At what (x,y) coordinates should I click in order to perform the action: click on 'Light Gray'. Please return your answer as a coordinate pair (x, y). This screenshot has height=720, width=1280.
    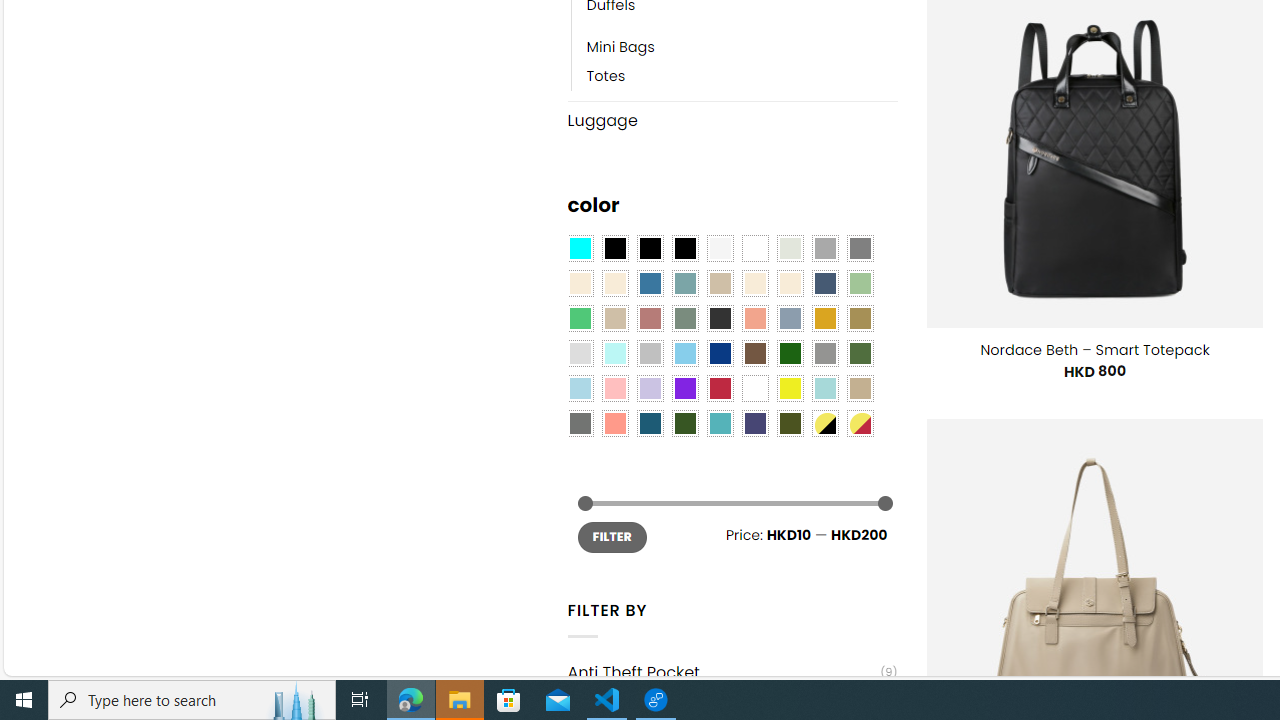
    Looking at the image, I should click on (578, 353).